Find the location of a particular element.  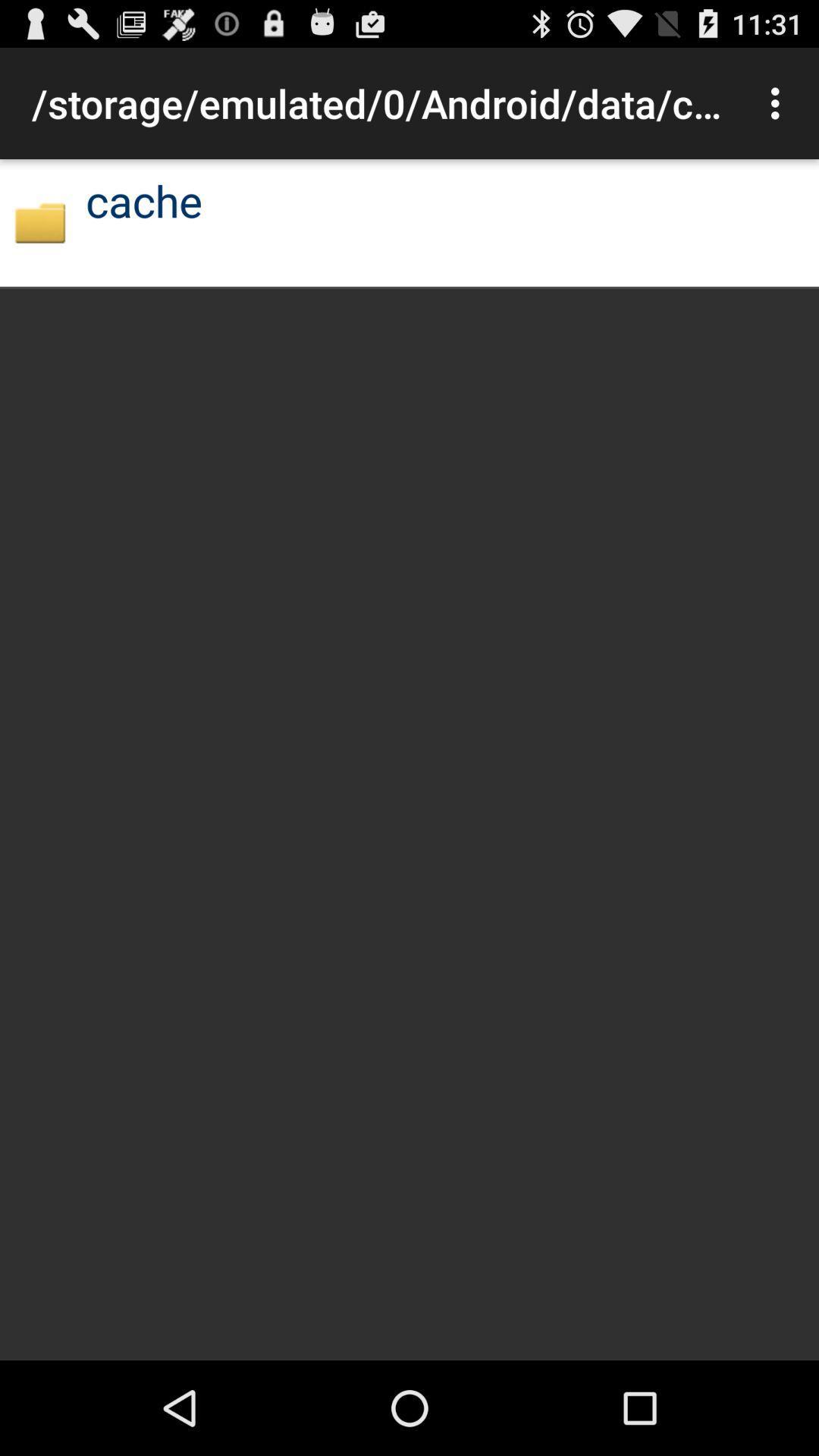

the app below storage emulated 0 item is located at coordinates (39, 221).